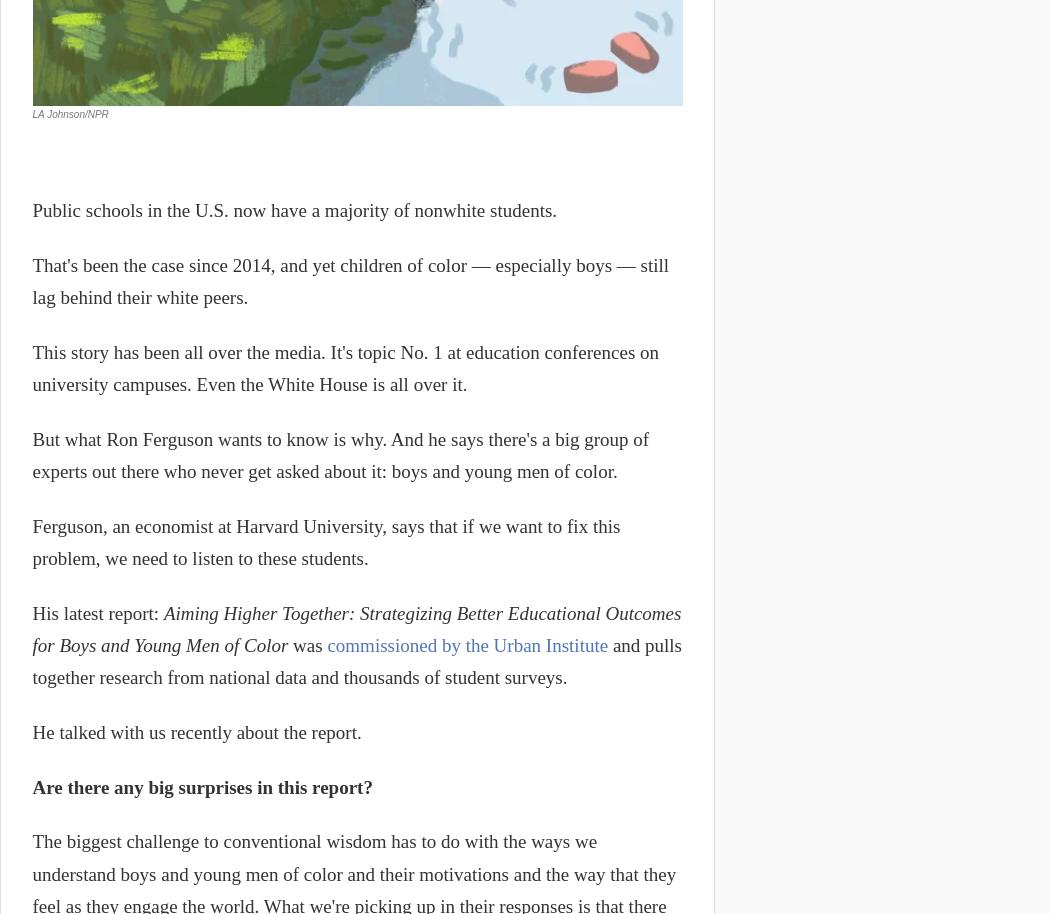  Describe the element at coordinates (32, 732) in the screenshot. I see `'He talked with us recently about the report.'` at that location.